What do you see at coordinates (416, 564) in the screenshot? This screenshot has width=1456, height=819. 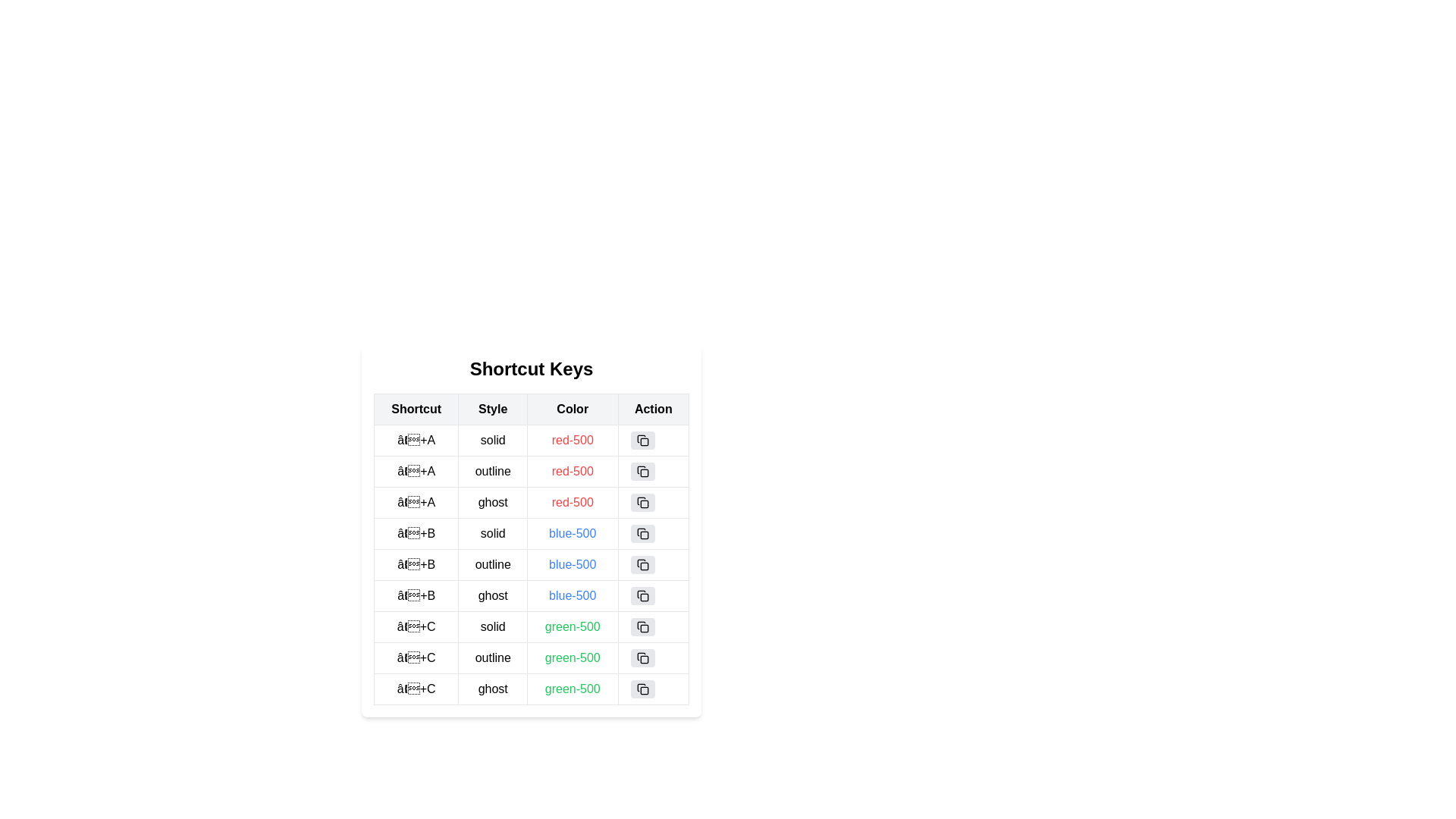 I see `text label displaying the keyboard shortcut located in the 'Shortcut' column of the table, which is the first item in its row corresponding to the 'outline' style and 'blue-500' color` at bounding box center [416, 564].